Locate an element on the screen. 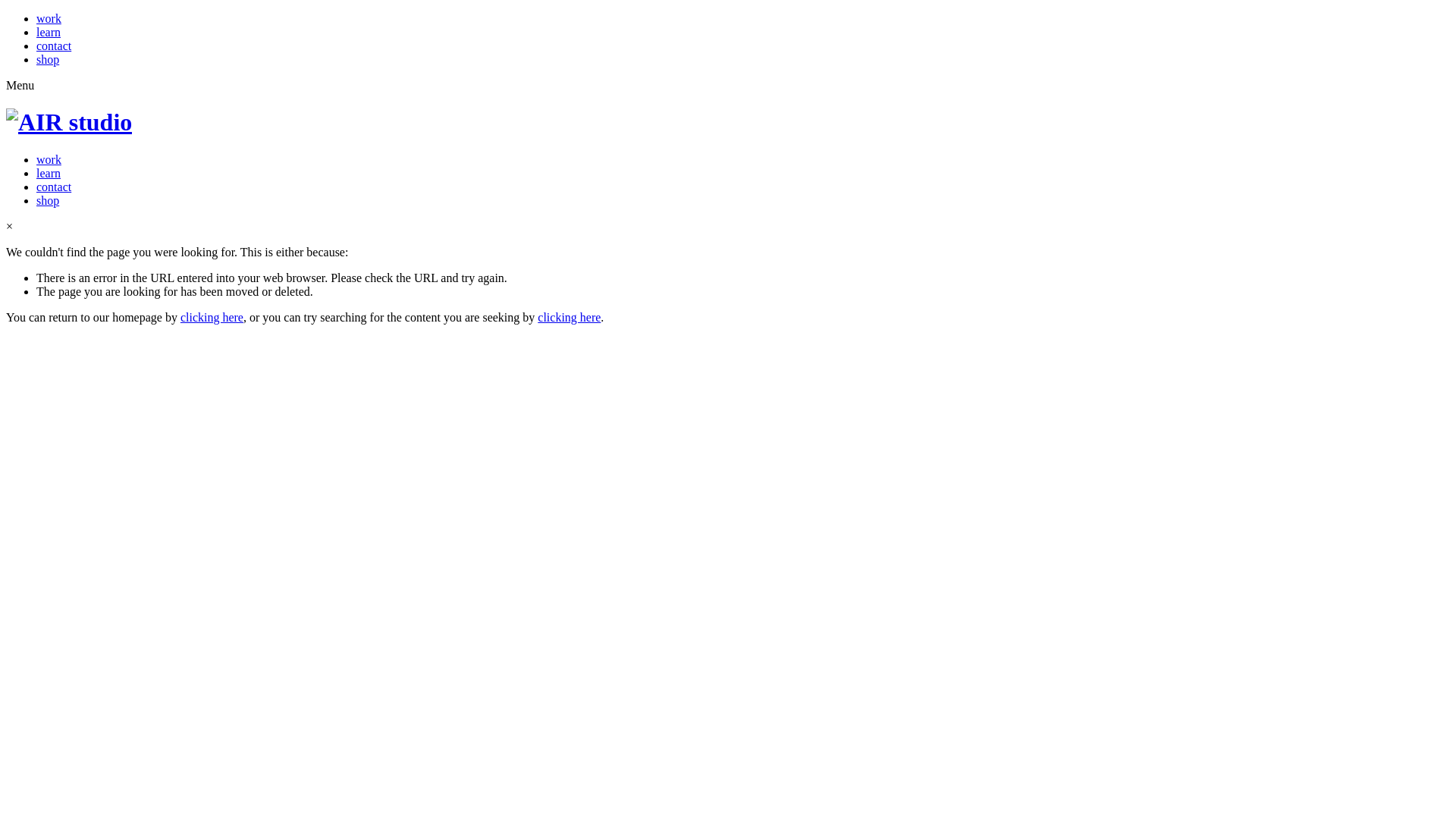 The width and height of the screenshot is (1456, 819). 'Menu' is located at coordinates (20, 85).